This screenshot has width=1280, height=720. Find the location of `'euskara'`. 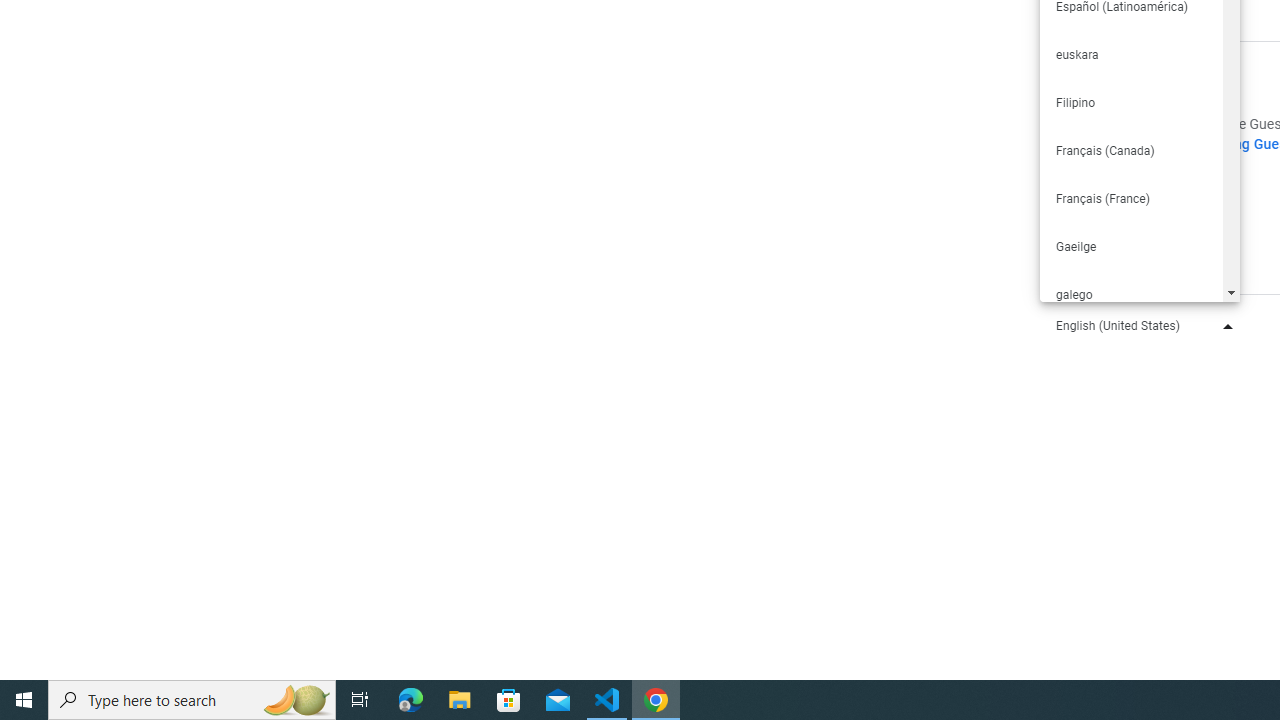

'euskara' is located at coordinates (1130, 54).